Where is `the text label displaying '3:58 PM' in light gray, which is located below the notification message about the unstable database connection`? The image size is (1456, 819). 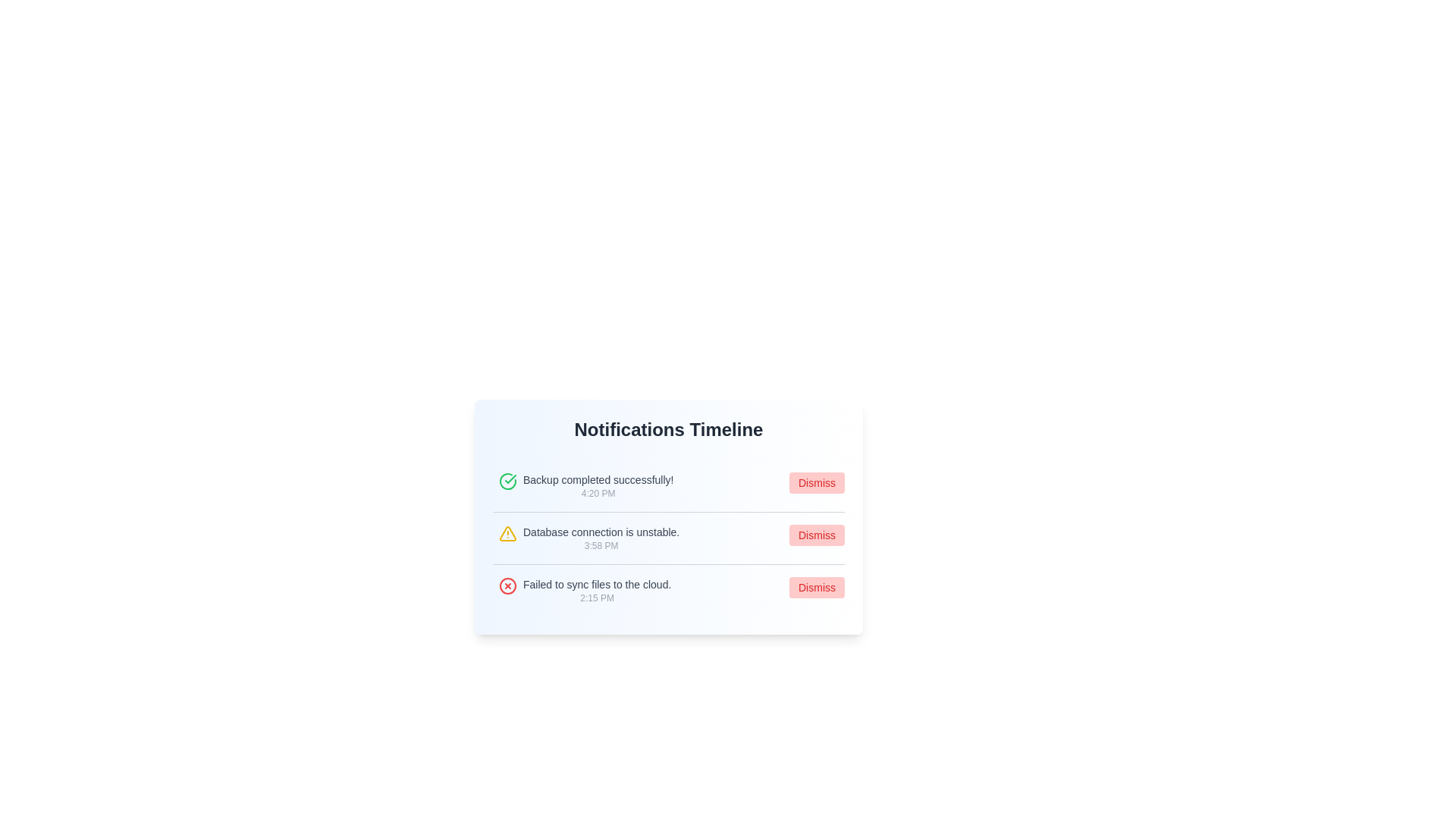 the text label displaying '3:58 PM' in light gray, which is located below the notification message about the unstable database connection is located at coordinates (601, 546).